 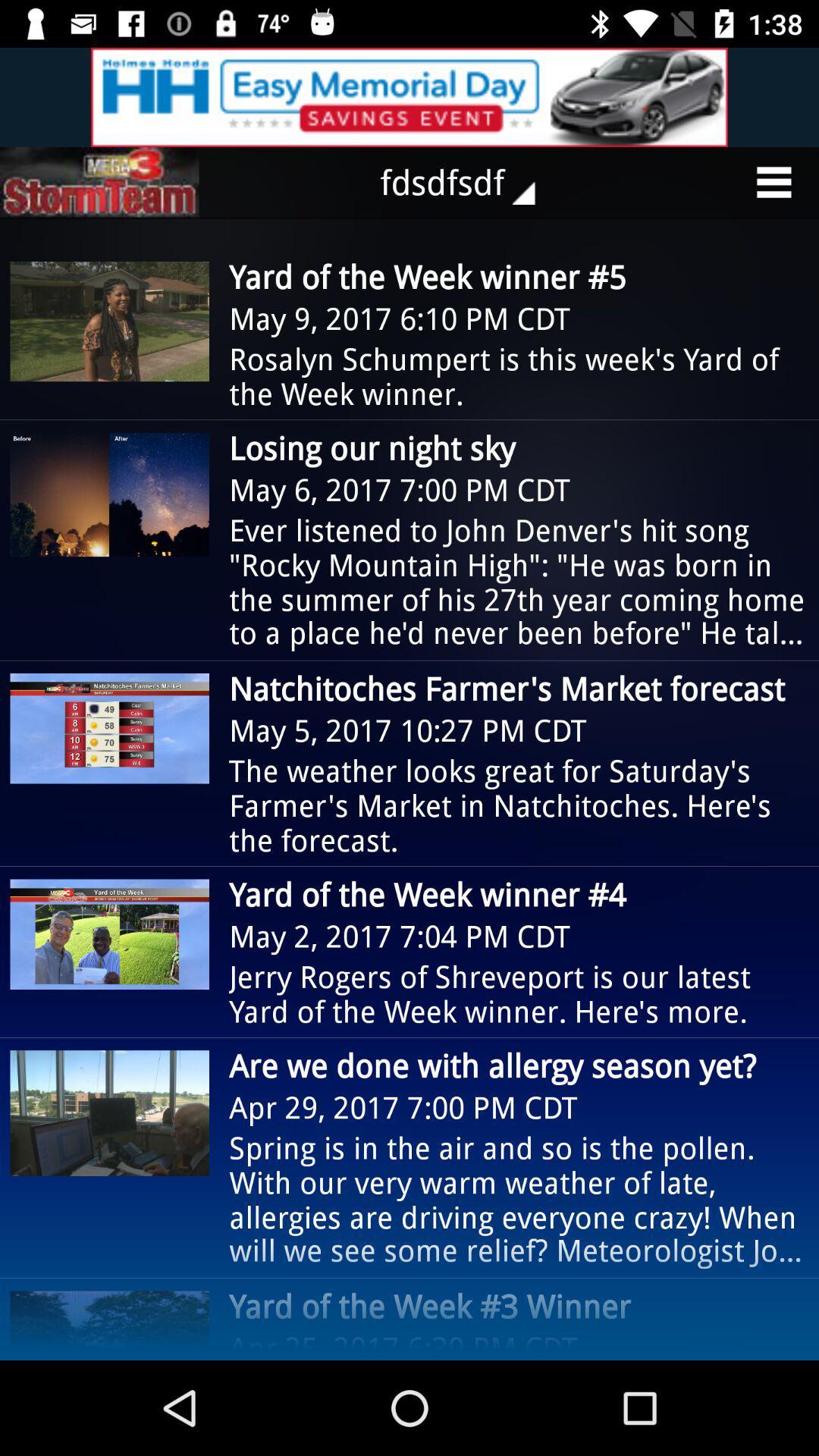 I want to click on item next to the fdsdfsdf item, so click(x=99, y=182).